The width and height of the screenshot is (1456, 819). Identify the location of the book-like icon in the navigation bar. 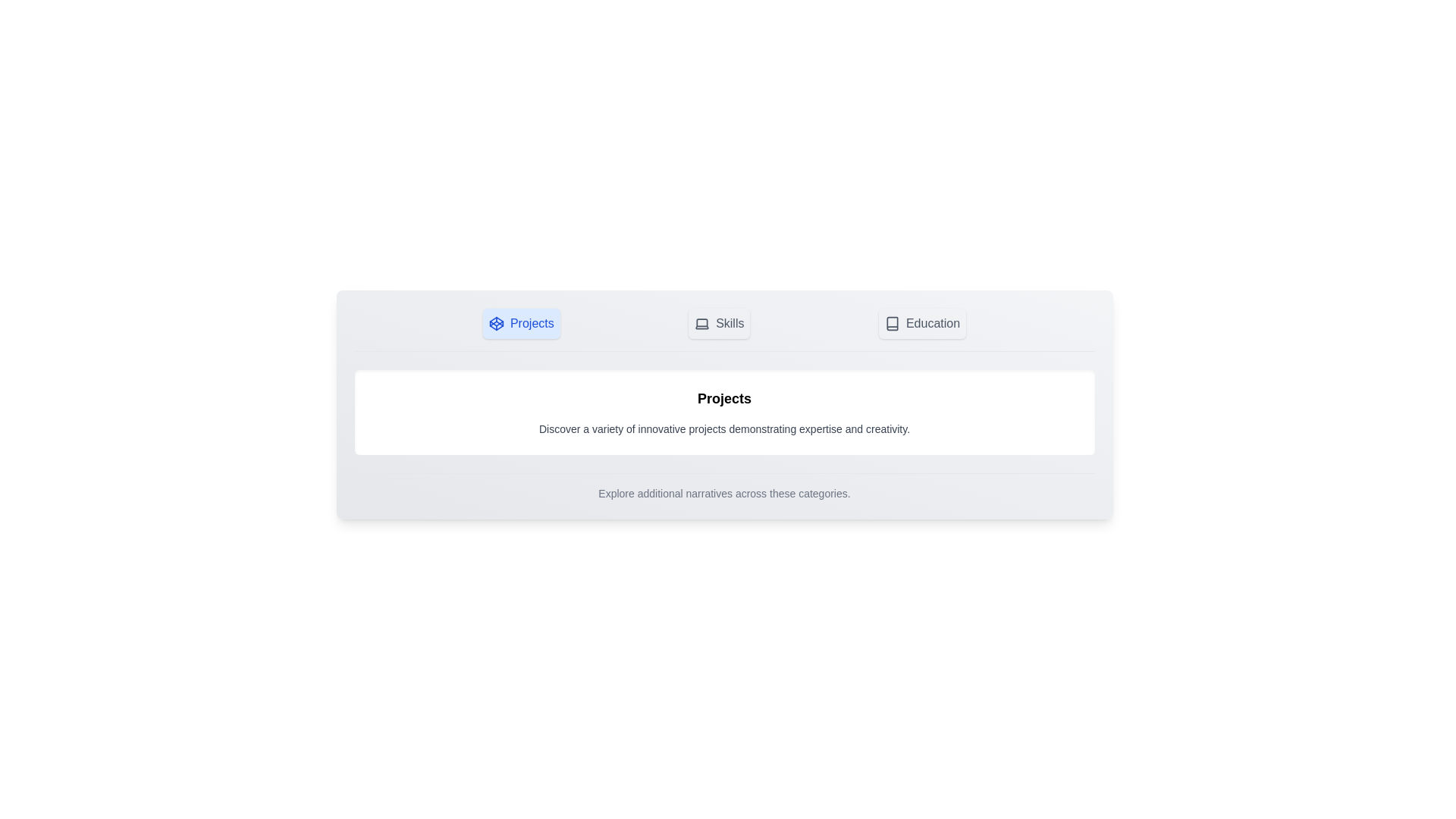
(892, 323).